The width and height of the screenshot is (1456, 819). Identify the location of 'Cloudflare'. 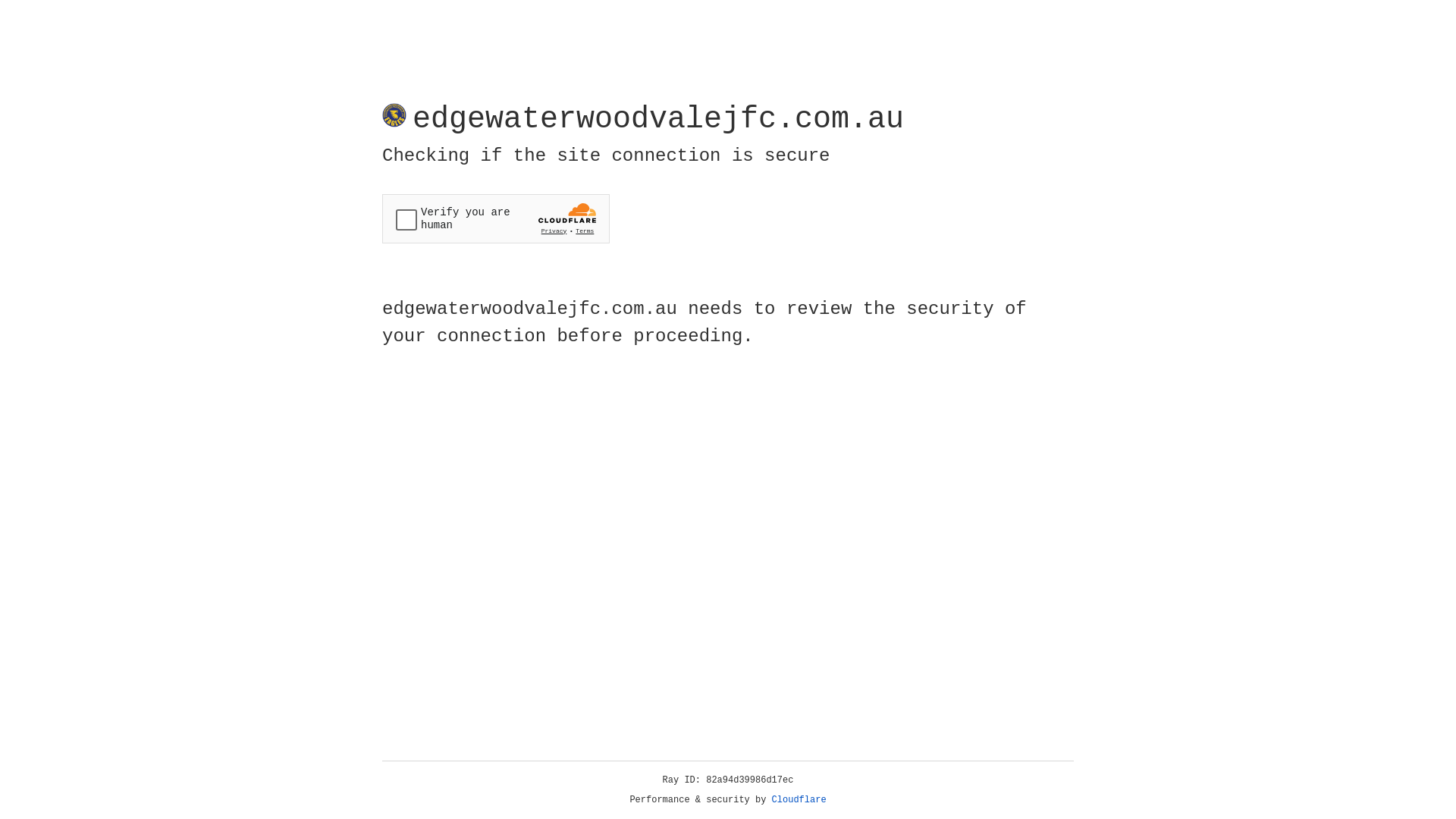
(799, 799).